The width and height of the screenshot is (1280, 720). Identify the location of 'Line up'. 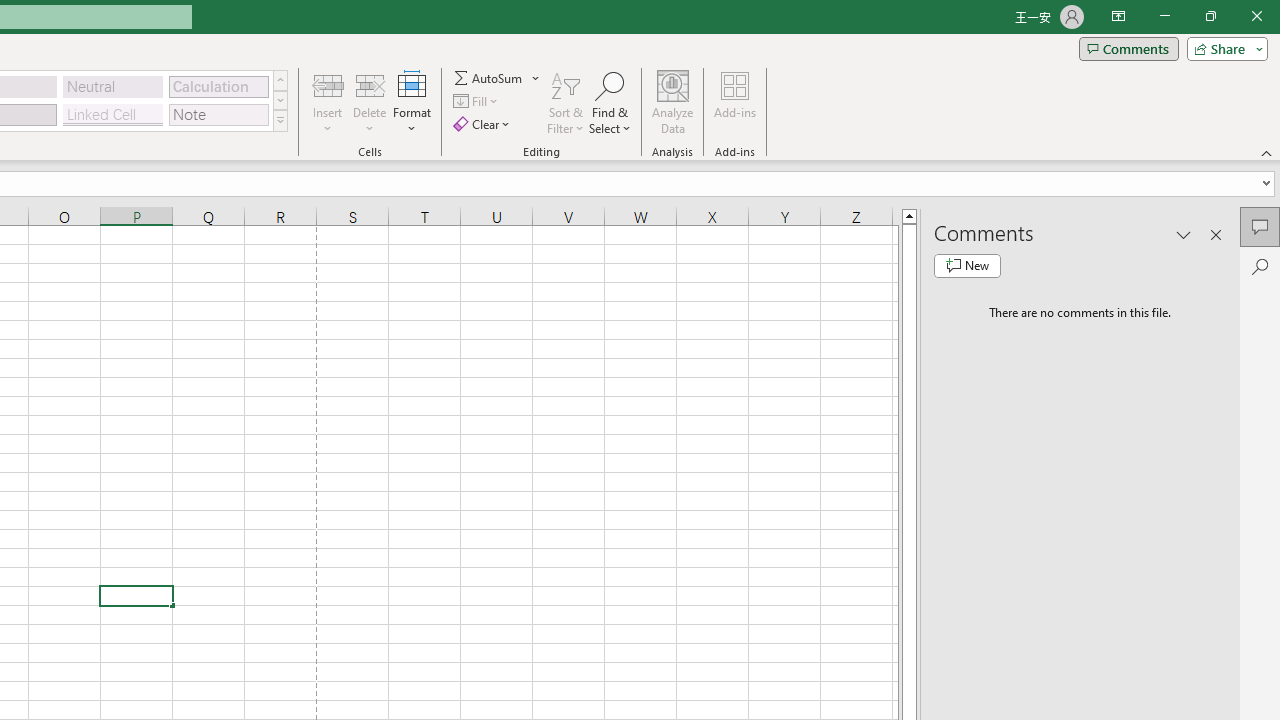
(908, 215).